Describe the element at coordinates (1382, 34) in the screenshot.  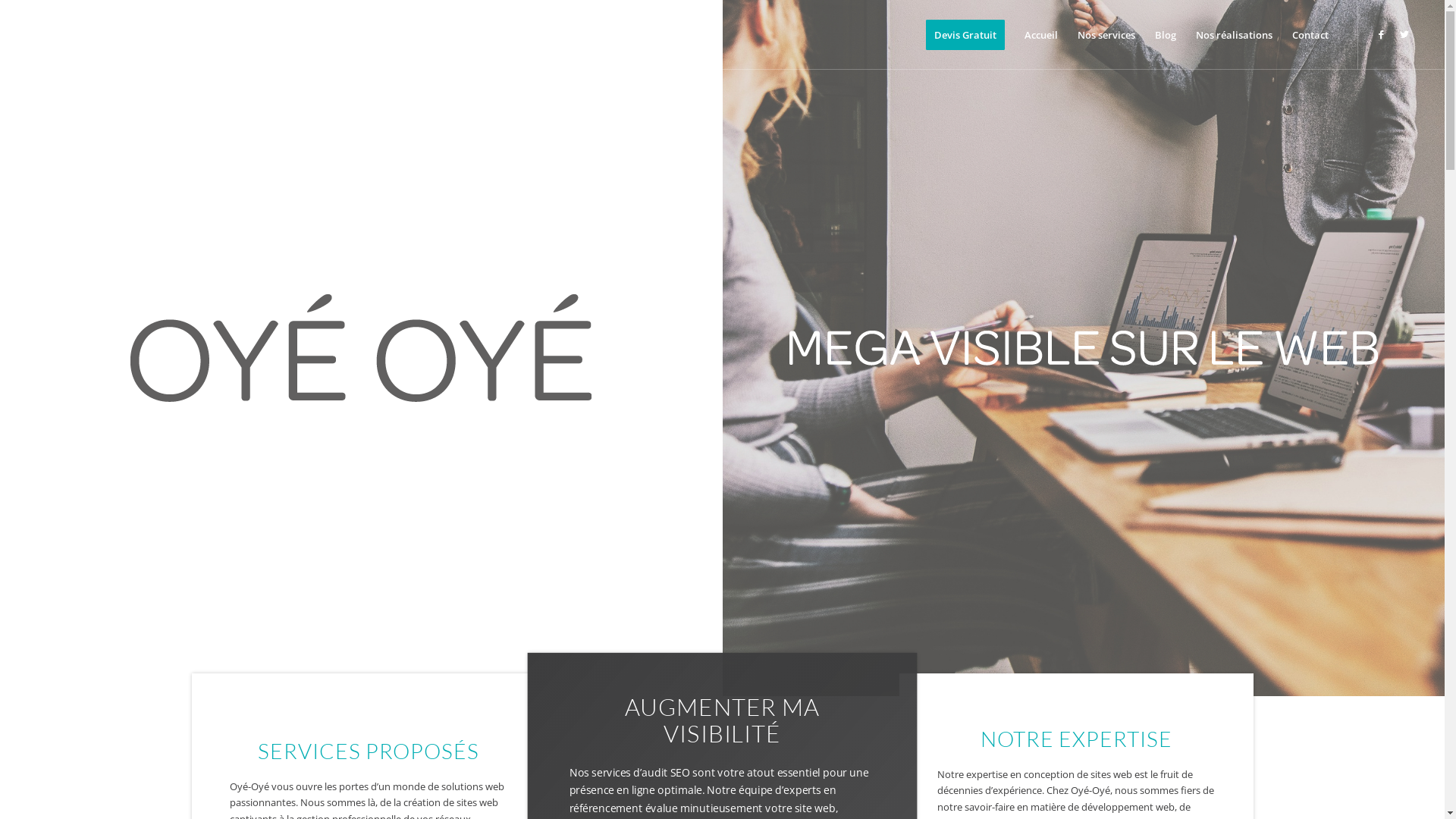
I see `'Facebook'` at that location.